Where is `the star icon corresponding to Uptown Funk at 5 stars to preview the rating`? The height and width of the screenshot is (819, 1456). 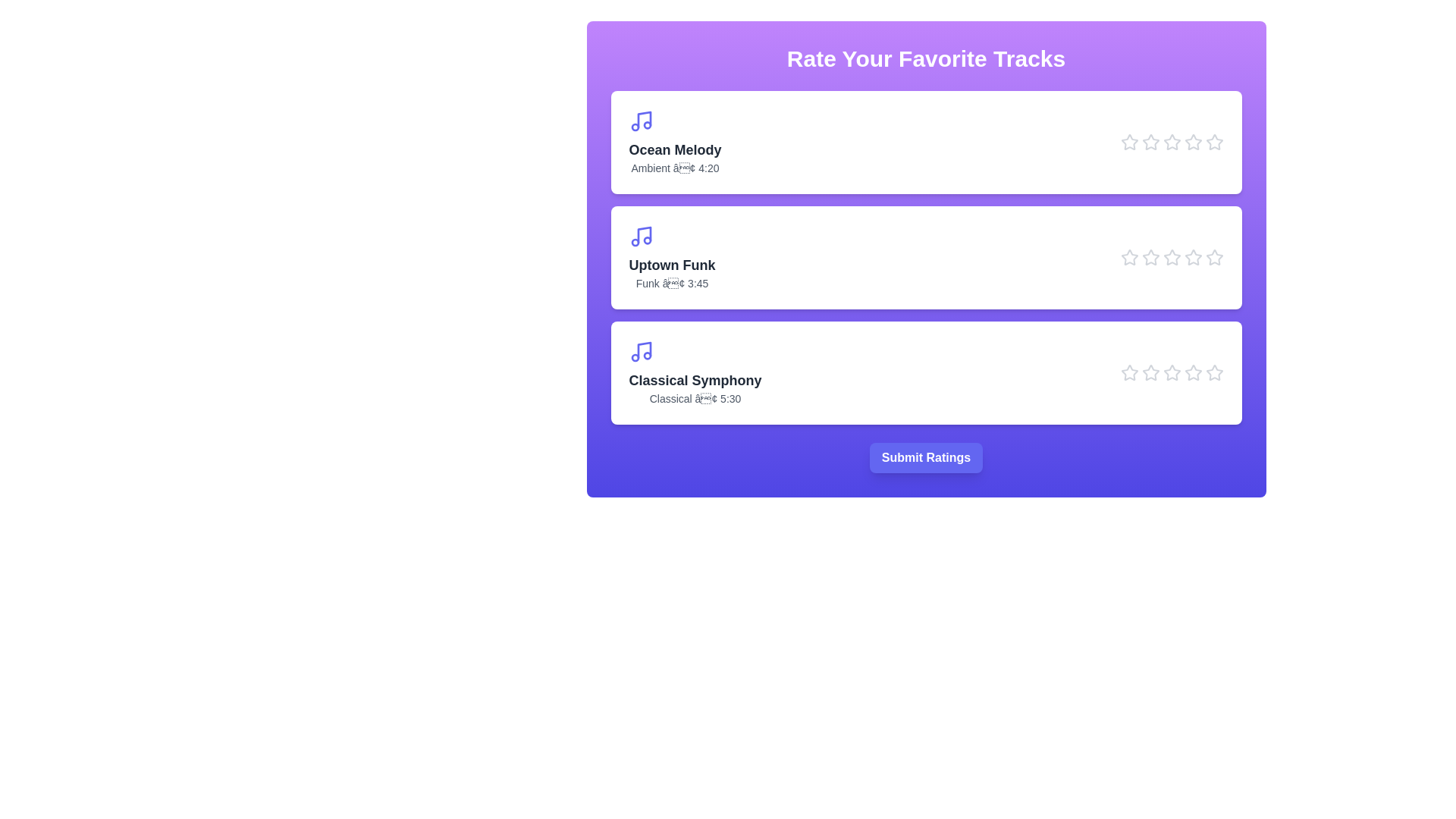 the star icon corresponding to Uptown Funk at 5 stars to preview the rating is located at coordinates (1214, 256).